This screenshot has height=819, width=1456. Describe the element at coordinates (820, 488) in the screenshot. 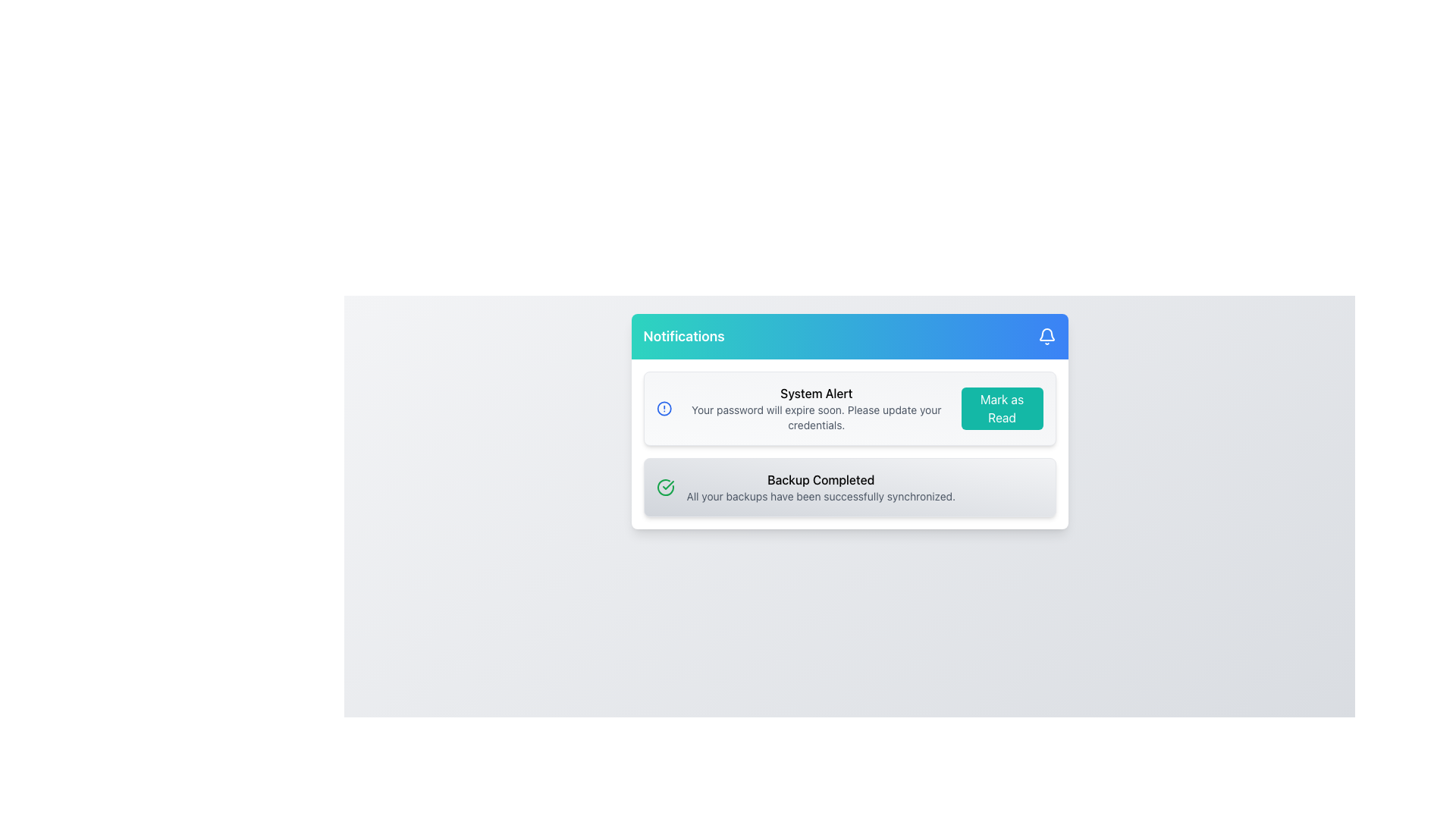

I see `the information displayed in the textual notification located in the second notification card under the 'Notifications' section, directly below the 'System Alert.'` at that location.